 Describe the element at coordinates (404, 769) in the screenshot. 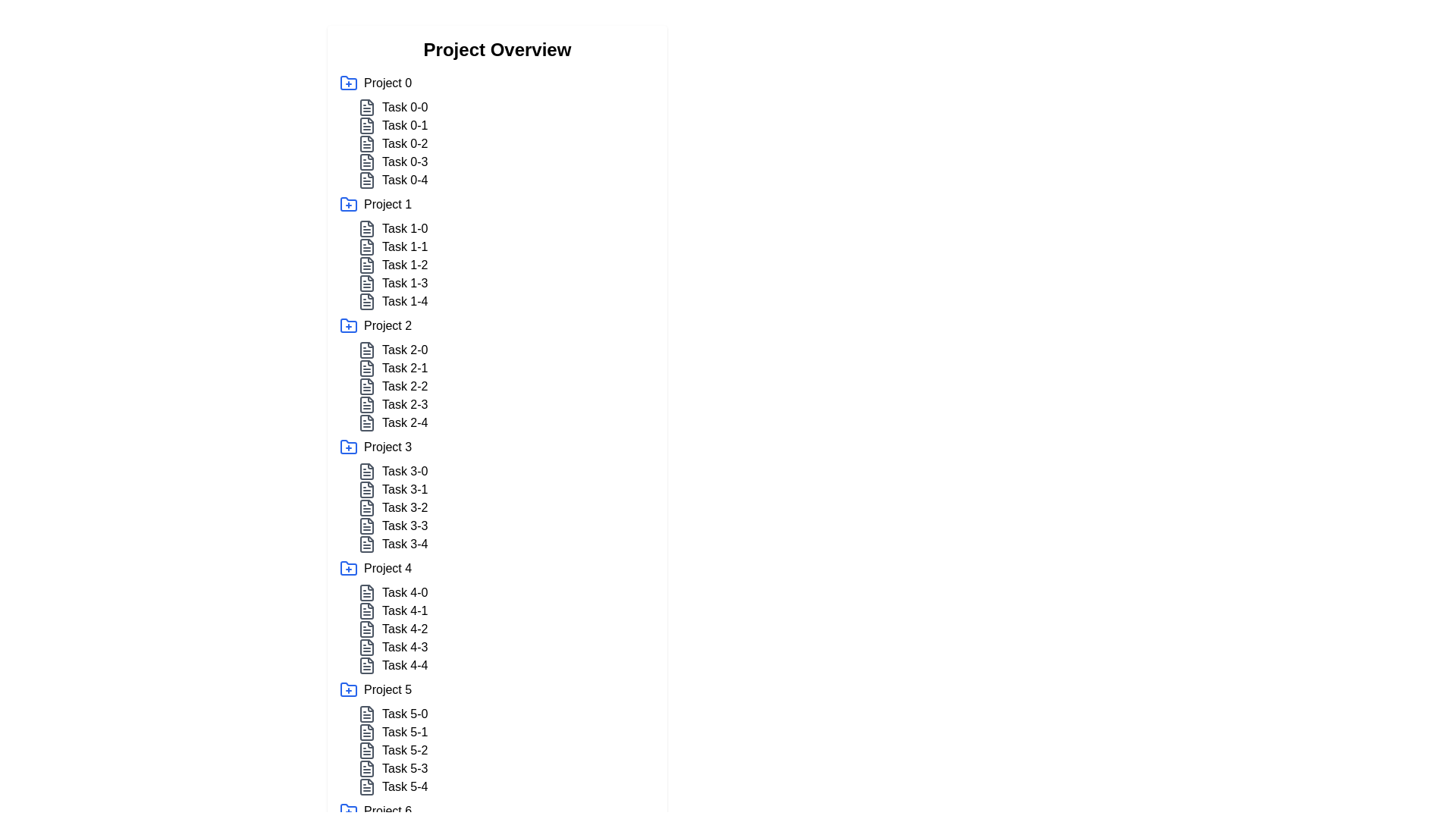

I see `the 'Task 5-3' text label with an inline document icon` at that location.